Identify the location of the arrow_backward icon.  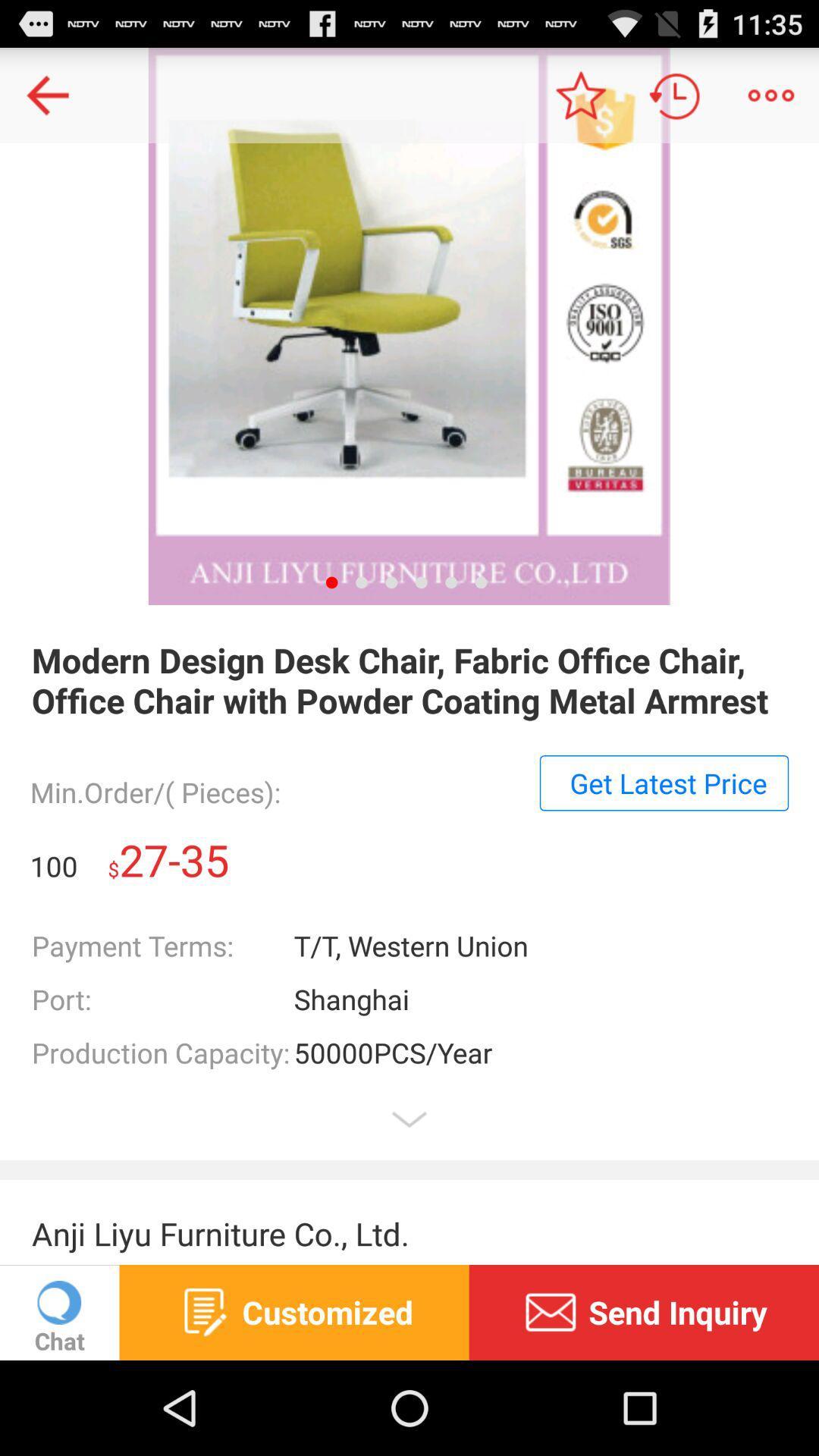
(46, 101).